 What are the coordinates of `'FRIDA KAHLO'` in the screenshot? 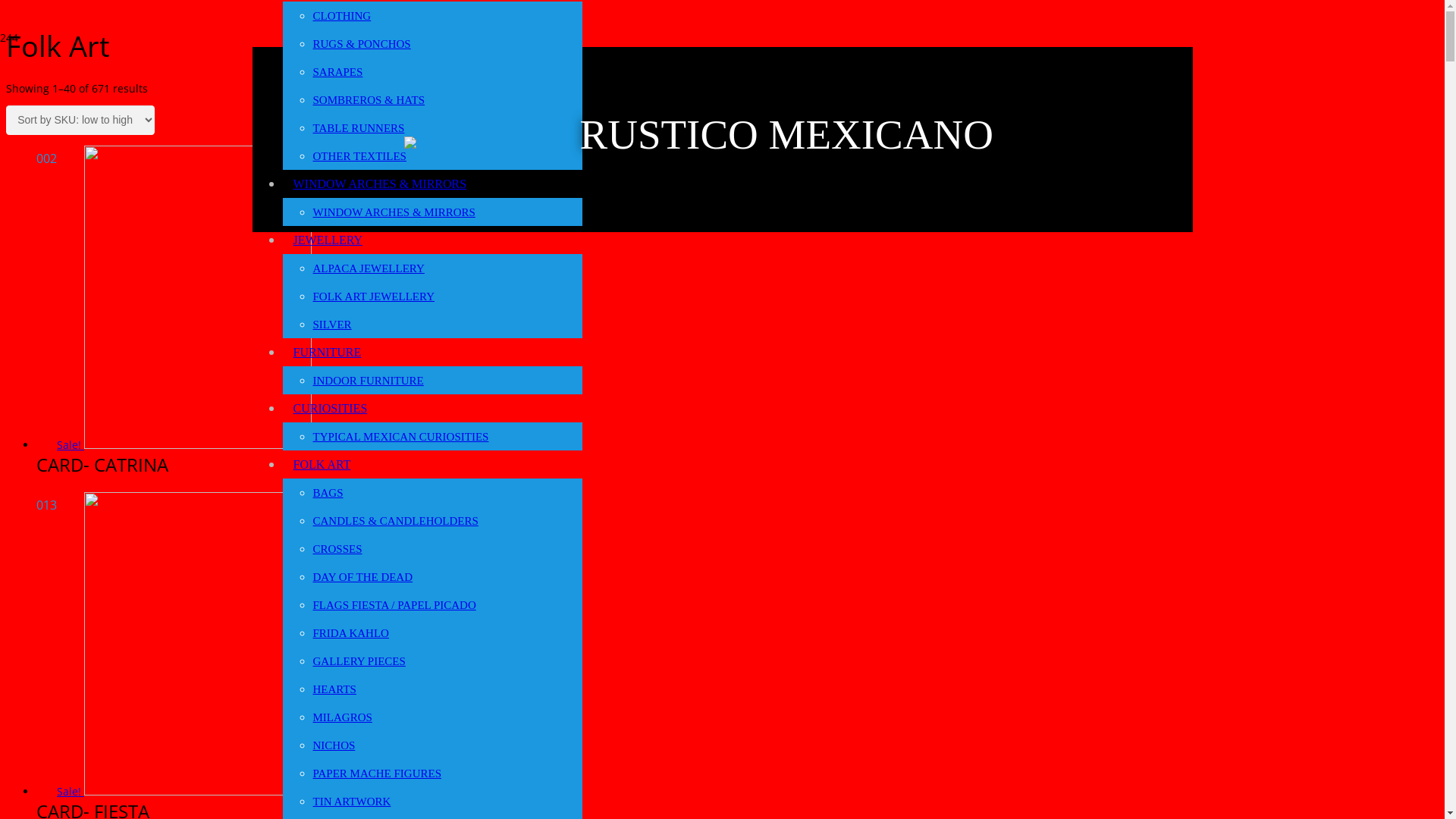 It's located at (349, 632).